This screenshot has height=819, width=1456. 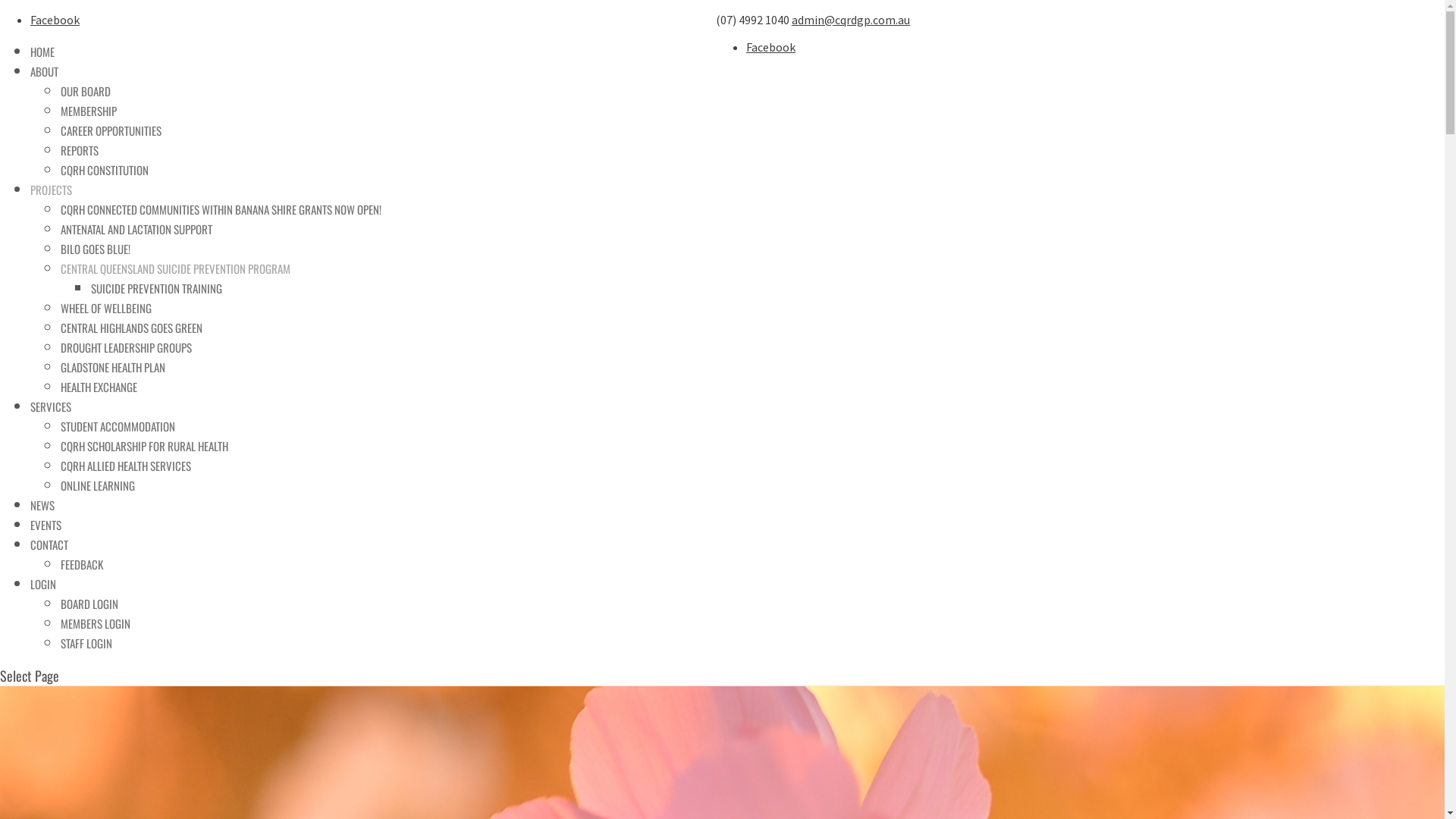 I want to click on 'ANTENATAL AND LACTATION SUPPORT', so click(x=136, y=228).